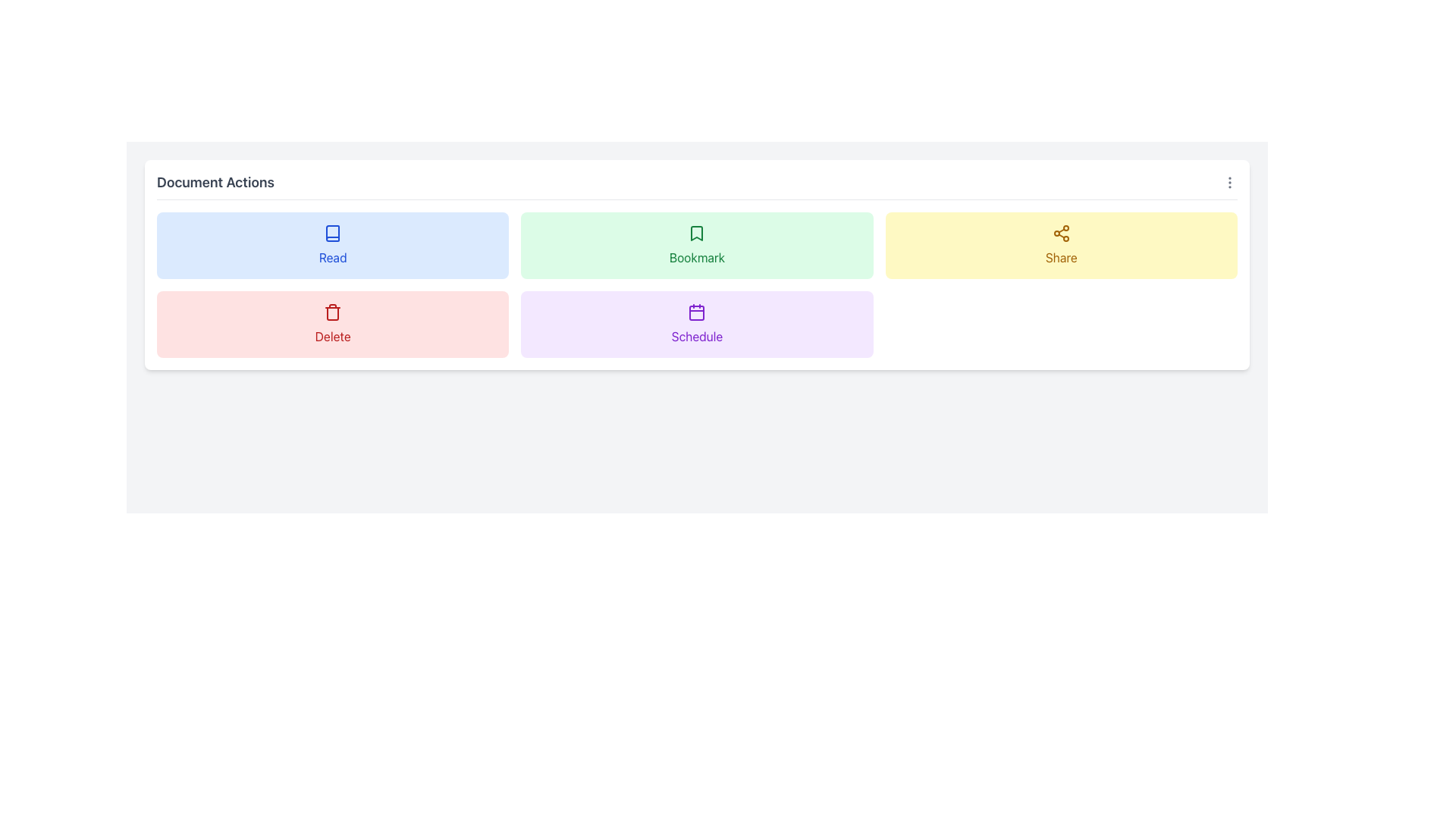 The height and width of the screenshot is (819, 1456). What do you see at coordinates (1060, 245) in the screenshot?
I see `the third button in the grid layout that initiates the sharing action` at bounding box center [1060, 245].